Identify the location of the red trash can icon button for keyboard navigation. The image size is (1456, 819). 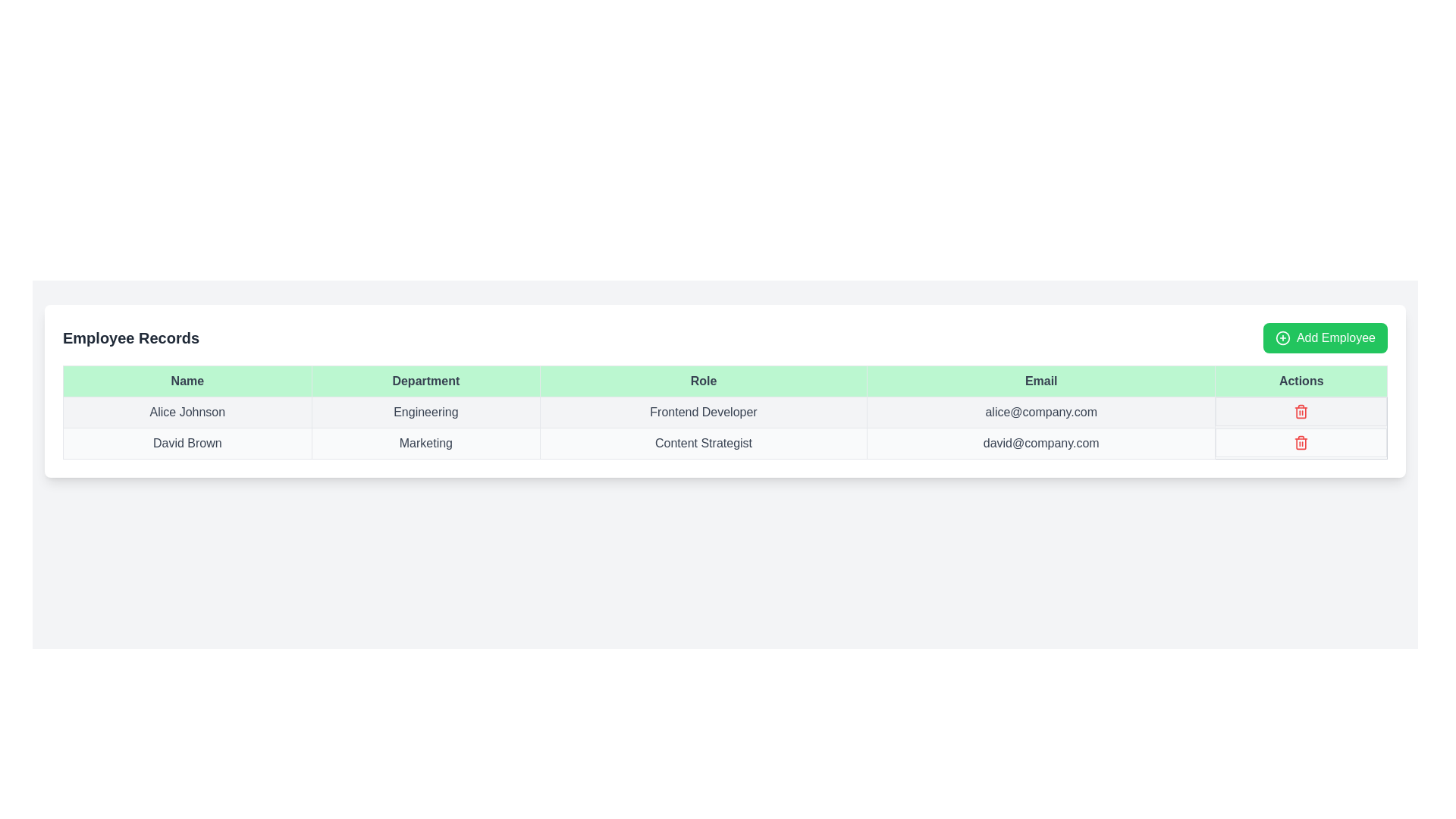
(1301, 412).